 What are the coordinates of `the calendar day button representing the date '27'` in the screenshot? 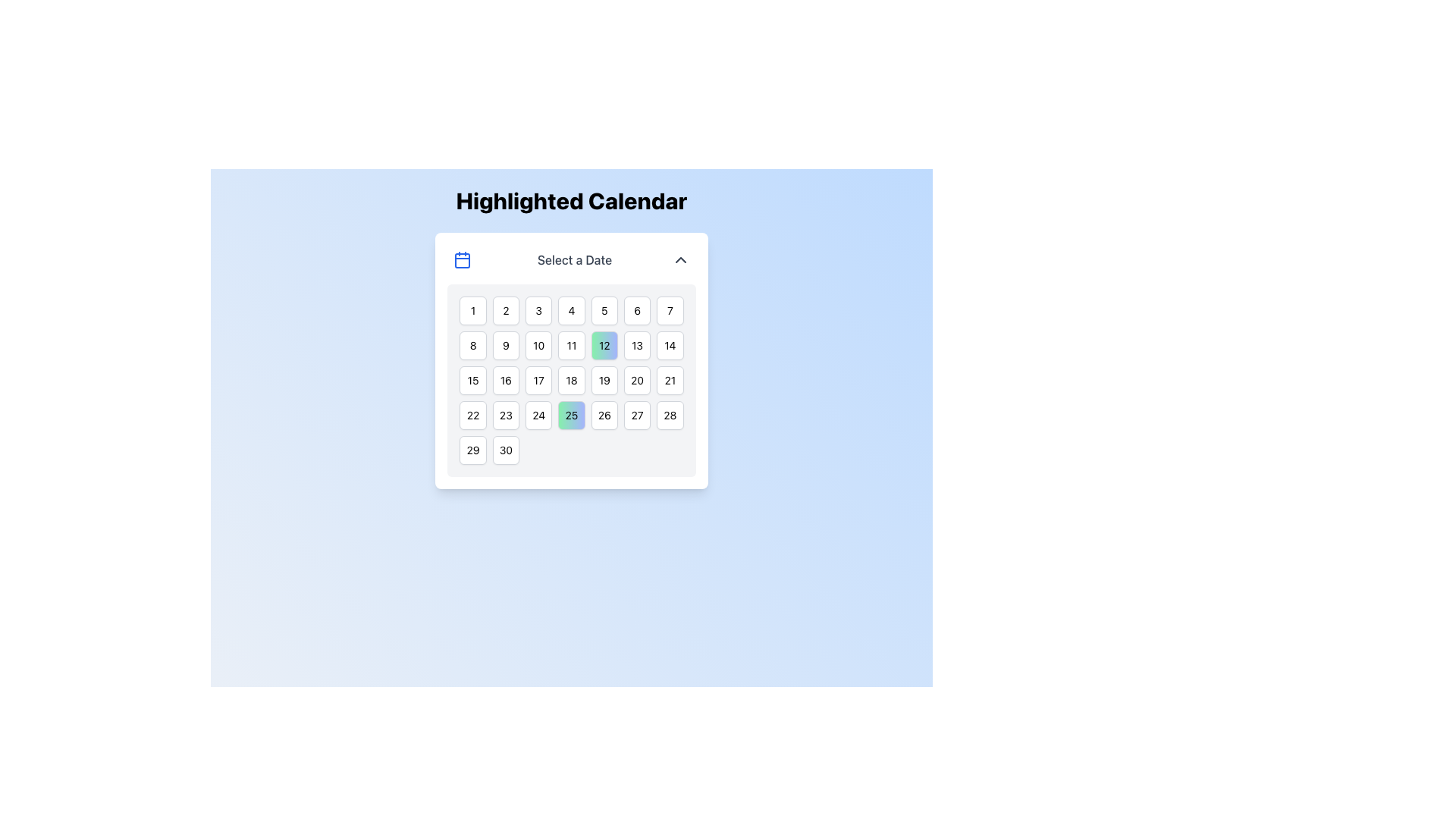 It's located at (637, 415).